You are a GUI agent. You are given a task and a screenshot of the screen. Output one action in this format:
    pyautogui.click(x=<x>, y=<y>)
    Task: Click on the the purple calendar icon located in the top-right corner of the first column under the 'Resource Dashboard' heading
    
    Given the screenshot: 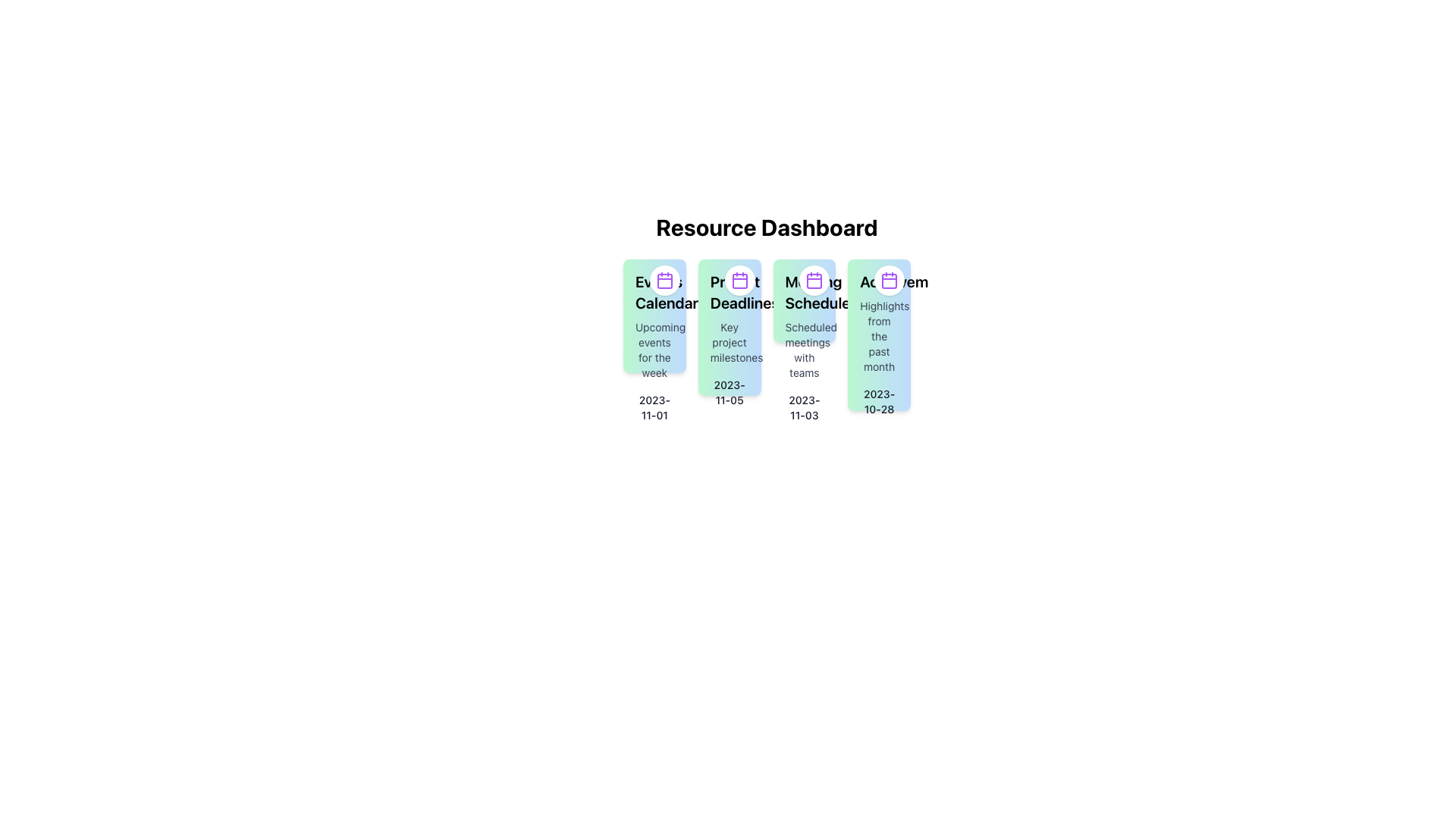 What is the action you would take?
    pyautogui.click(x=664, y=281)
    